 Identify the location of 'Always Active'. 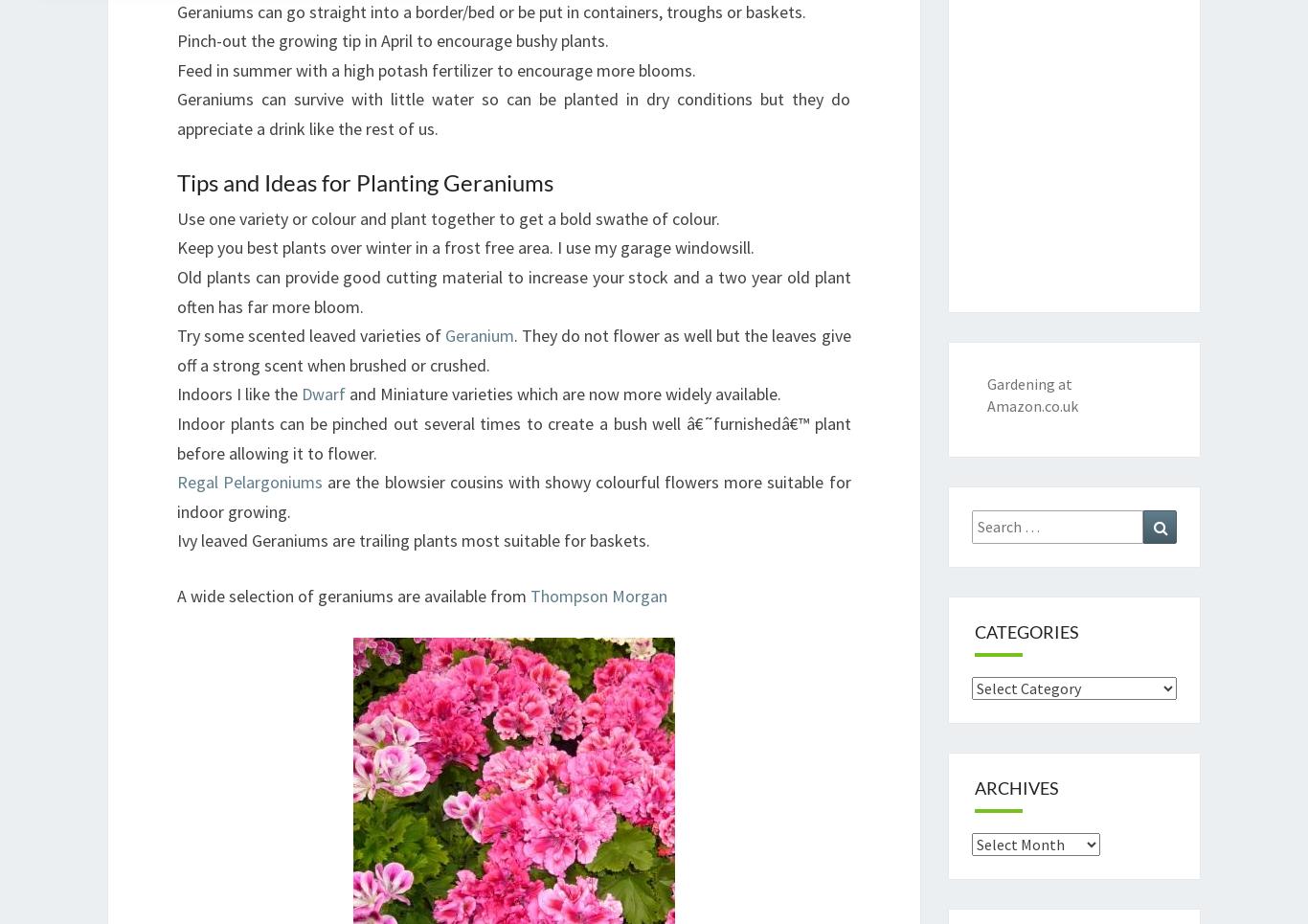
(340, 535).